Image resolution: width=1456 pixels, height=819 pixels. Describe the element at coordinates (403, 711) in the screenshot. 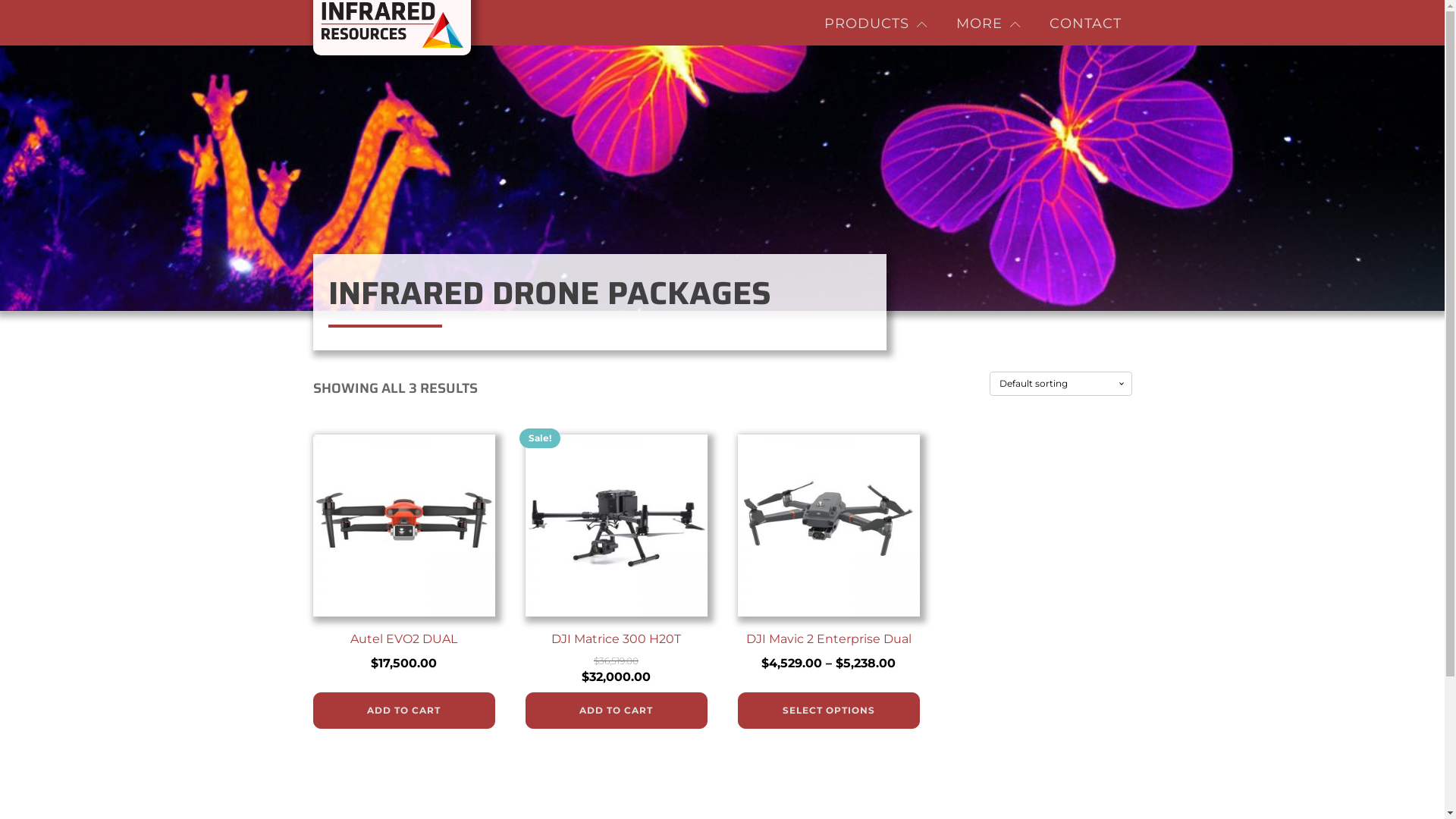

I see `'ADD TO CART'` at that location.